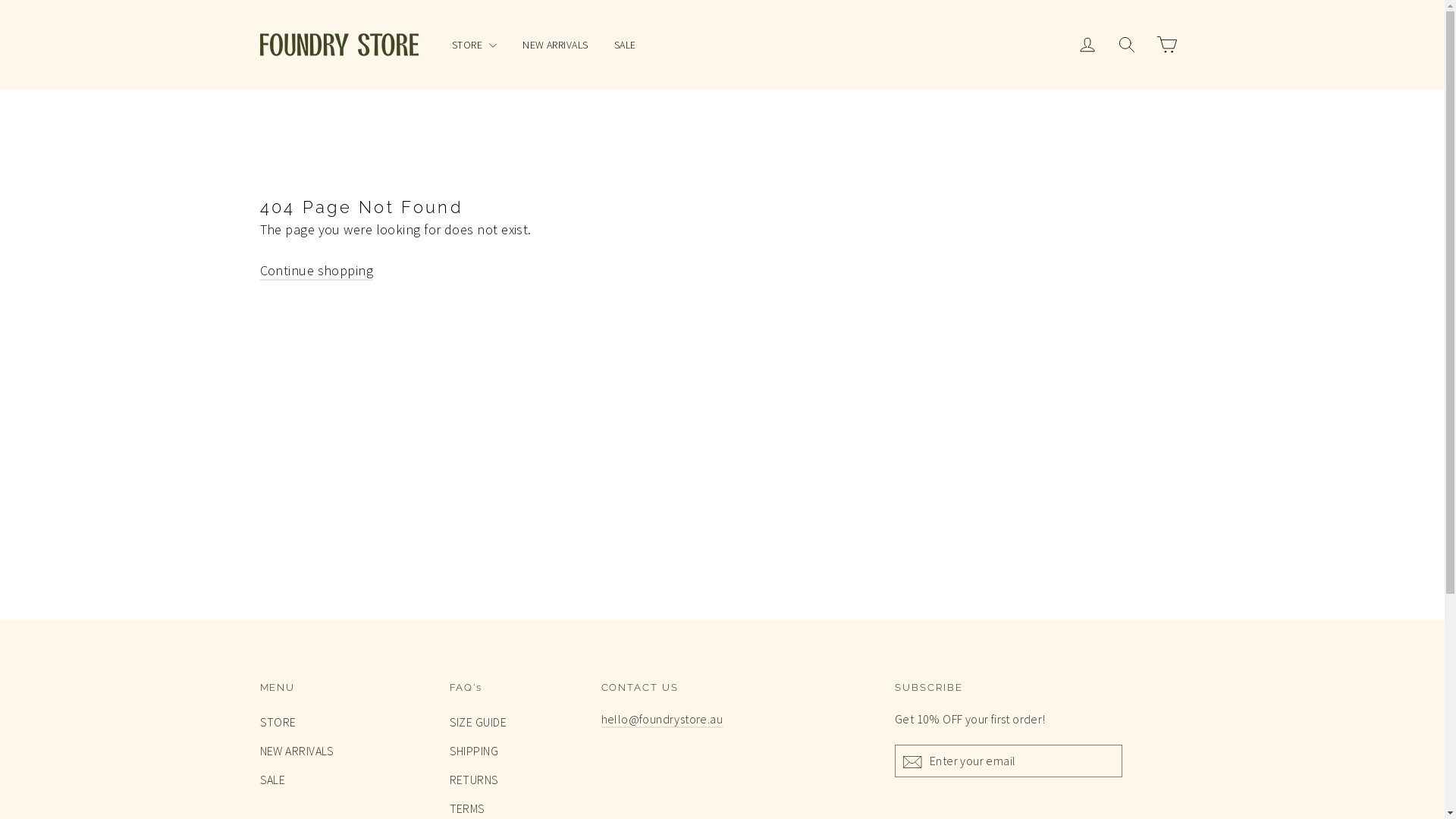 The image size is (1456, 819). I want to click on 'Continue shopping', so click(259, 270).